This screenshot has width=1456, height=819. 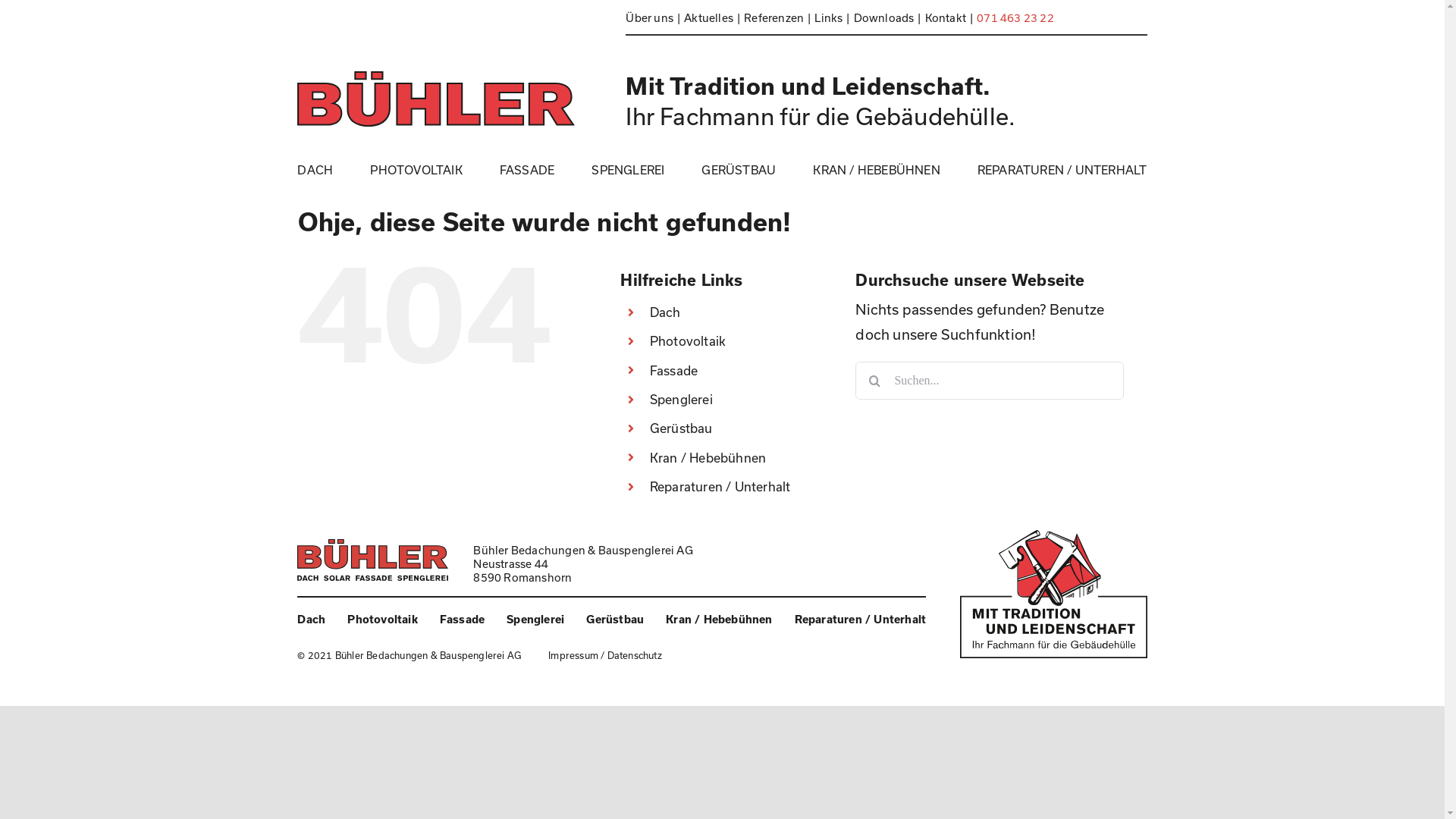 What do you see at coordinates (720, 486) in the screenshot?
I see `'Reparaturen / Unterhalt'` at bounding box center [720, 486].